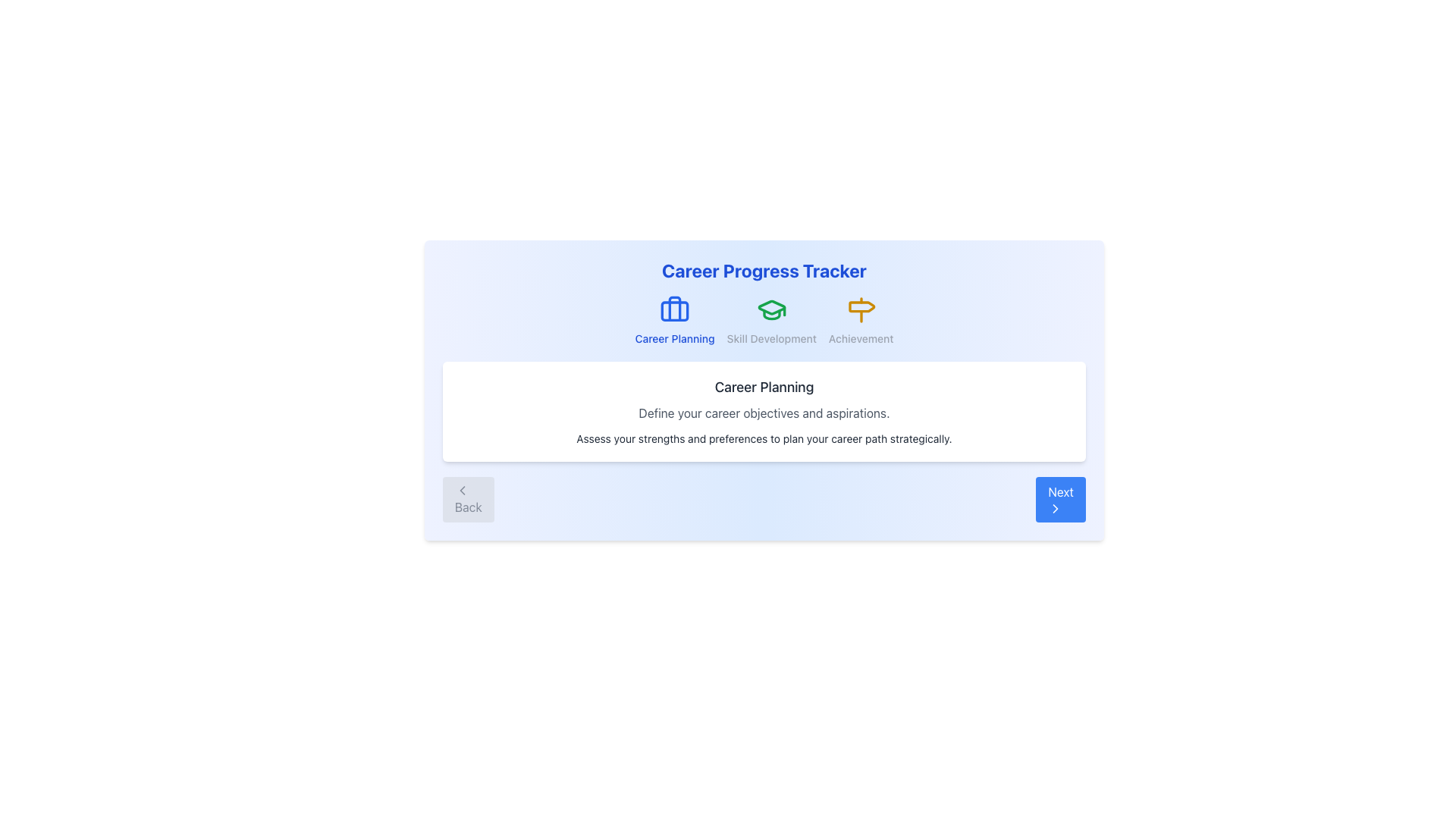  Describe the element at coordinates (673, 308) in the screenshot. I see `the 'Career Planning' navigation icon located in the header section, the first item from the left in the icon set` at that location.